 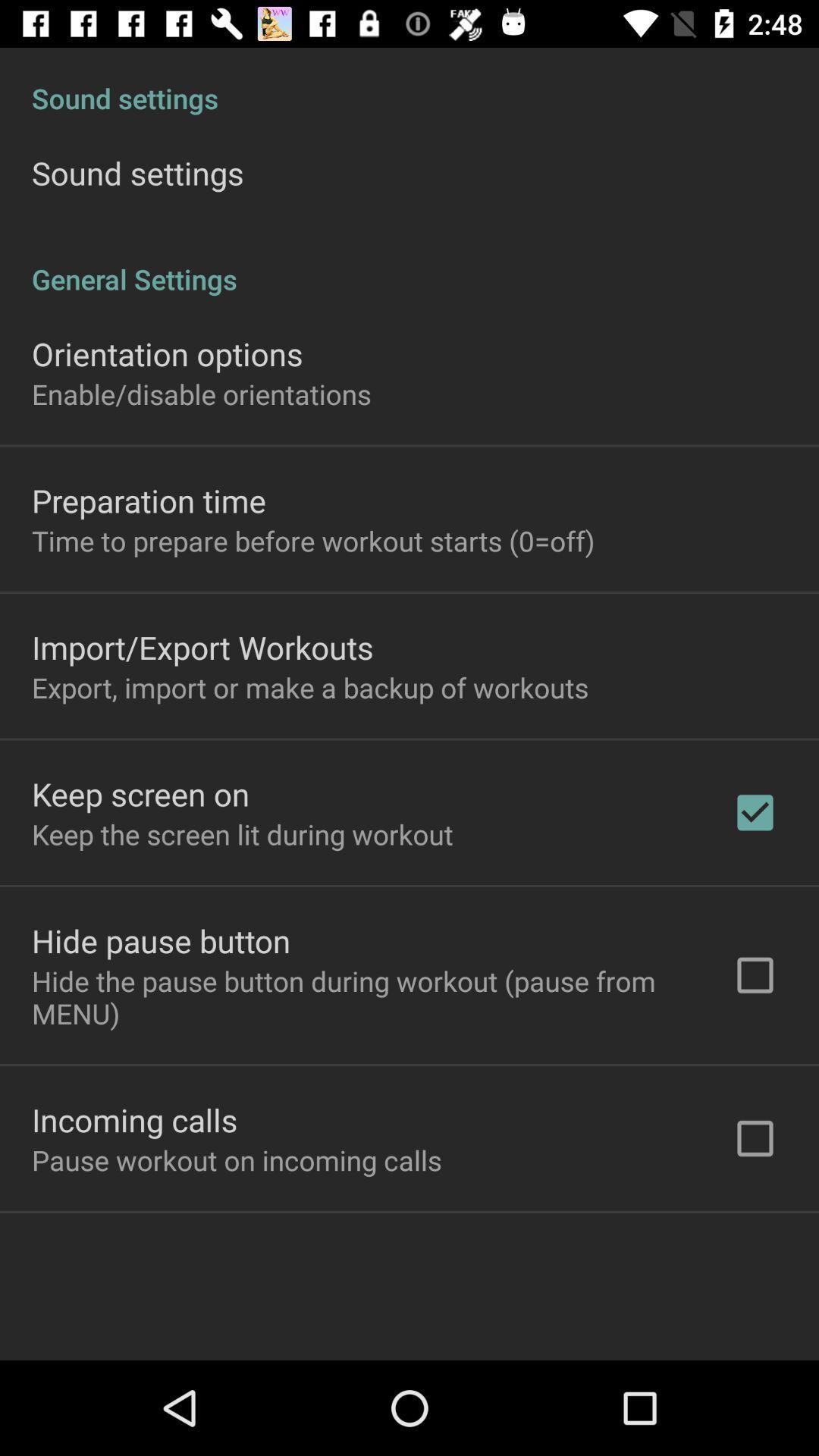 I want to click on item below sound settings, so click(x=409, y=263).